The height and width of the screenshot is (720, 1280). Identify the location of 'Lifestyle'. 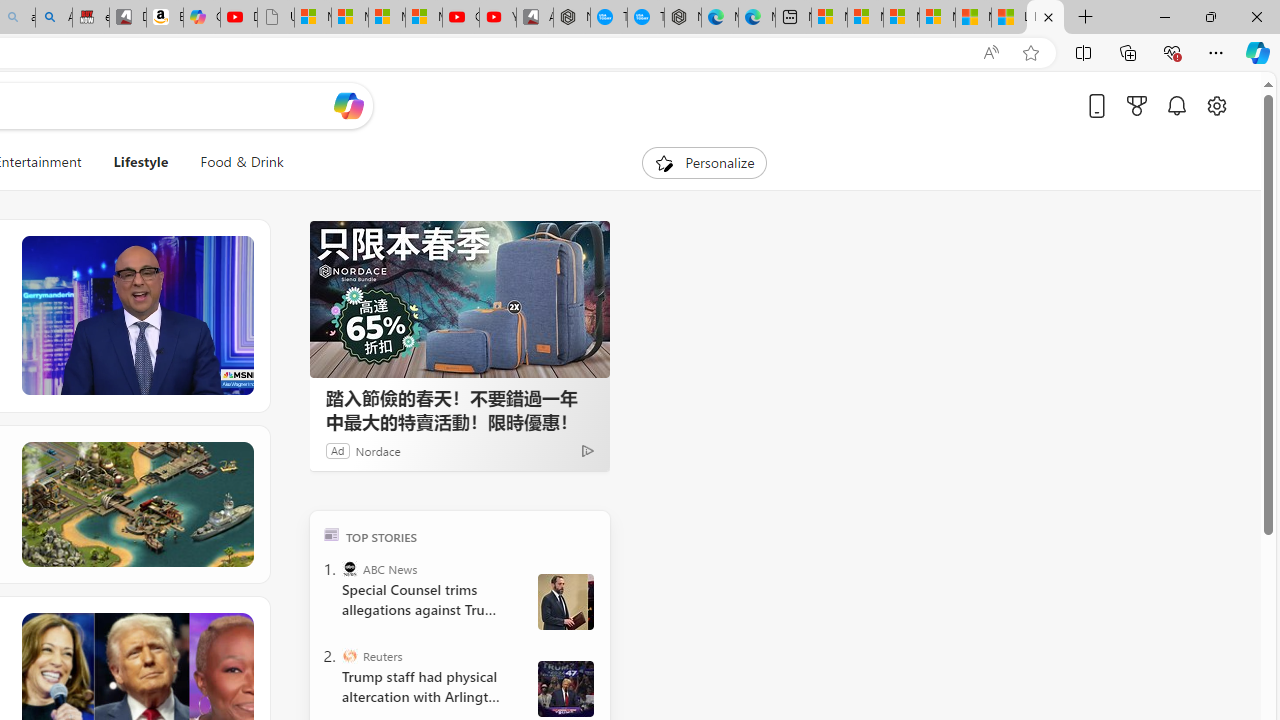
(140, 162).